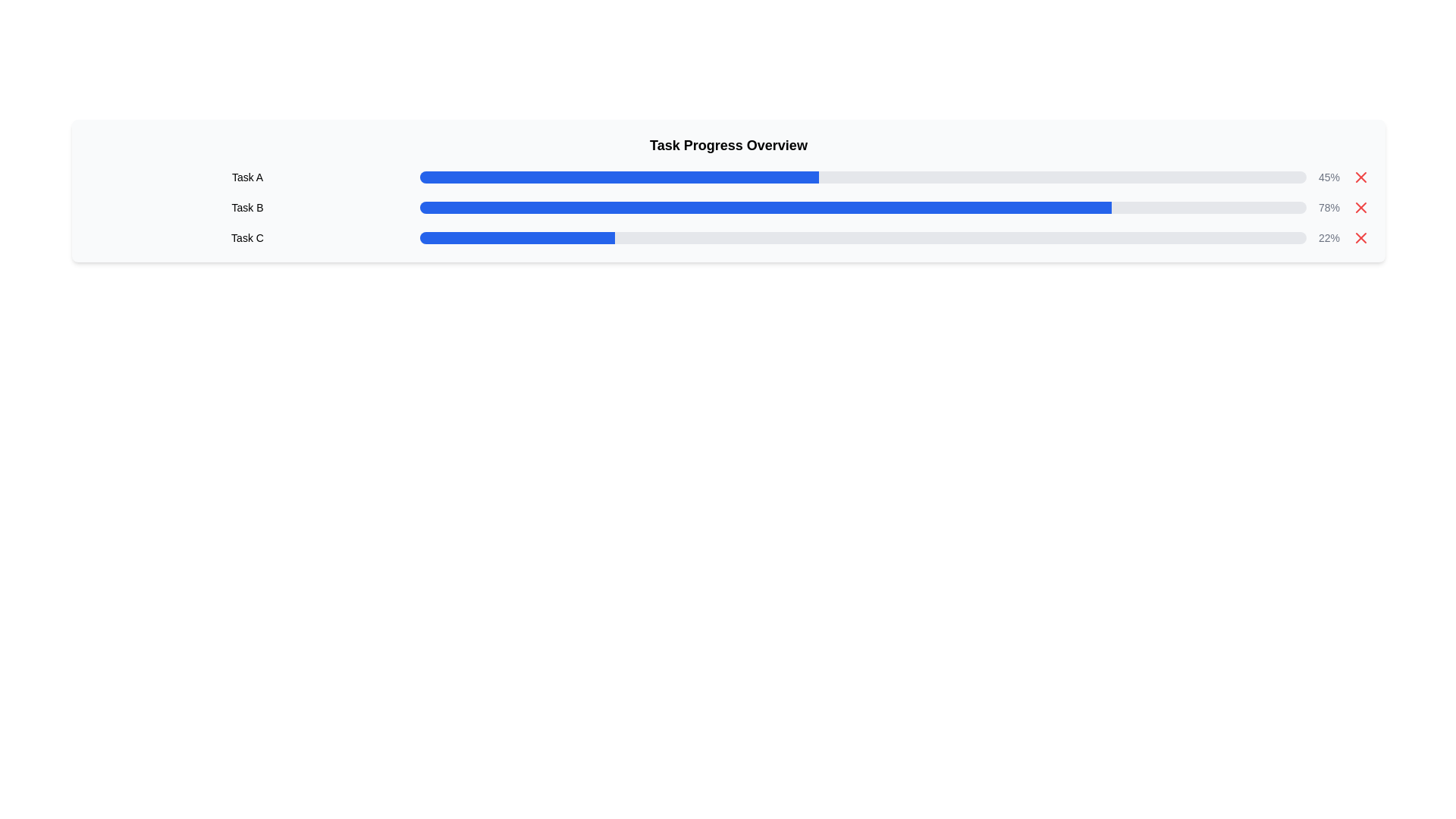  I want to click on the close or delete action button located at the far right of the row for 'Task C', which is positioned to the right of the '22%' percentage text and the progress bar, so click(1361, 237).